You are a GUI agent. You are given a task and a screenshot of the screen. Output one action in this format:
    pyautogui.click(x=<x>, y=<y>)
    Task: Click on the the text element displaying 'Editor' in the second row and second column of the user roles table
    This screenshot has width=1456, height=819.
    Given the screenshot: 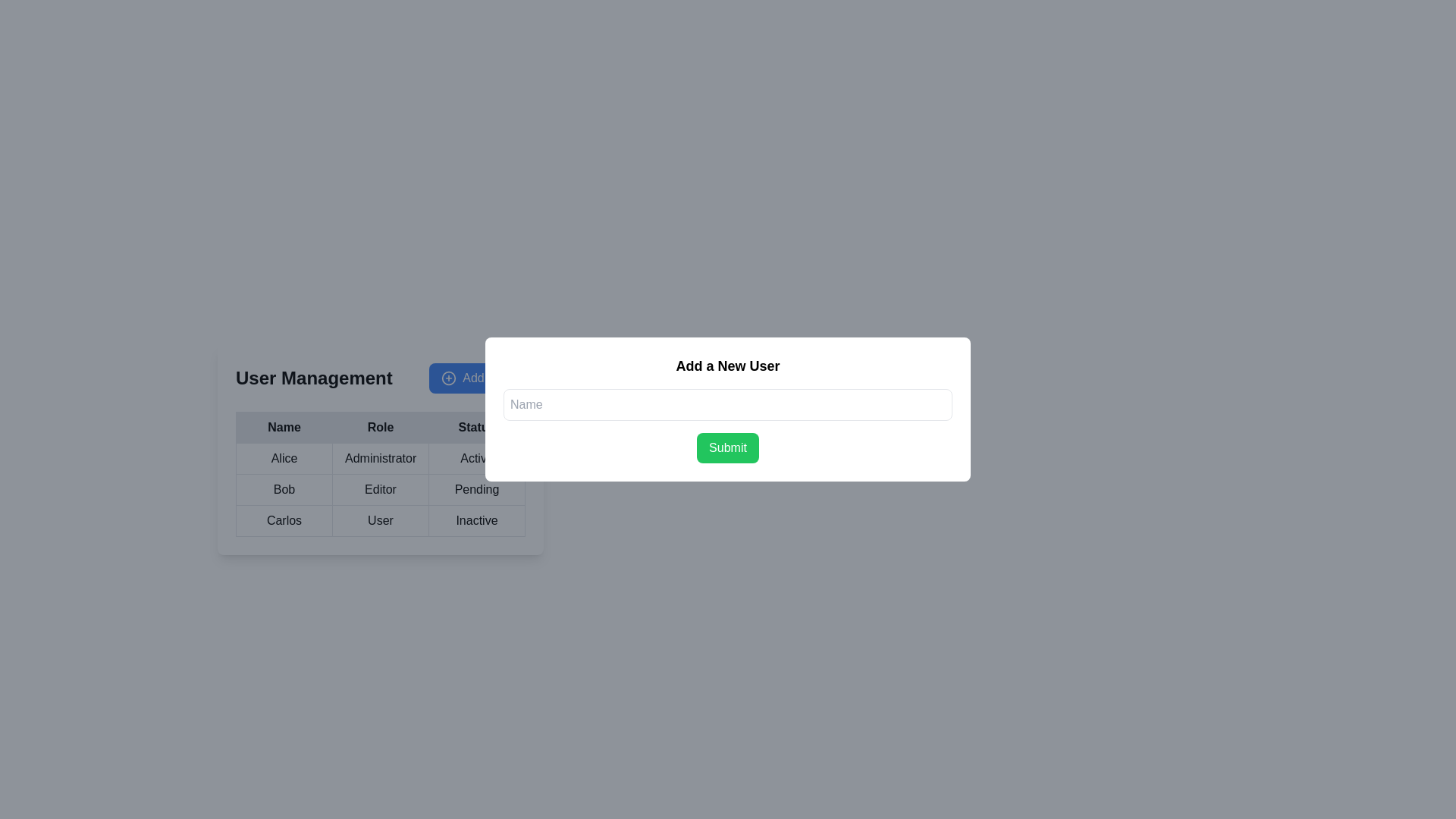 What is the action you would take?
    pyautogui.click(x=381, y=489)
    